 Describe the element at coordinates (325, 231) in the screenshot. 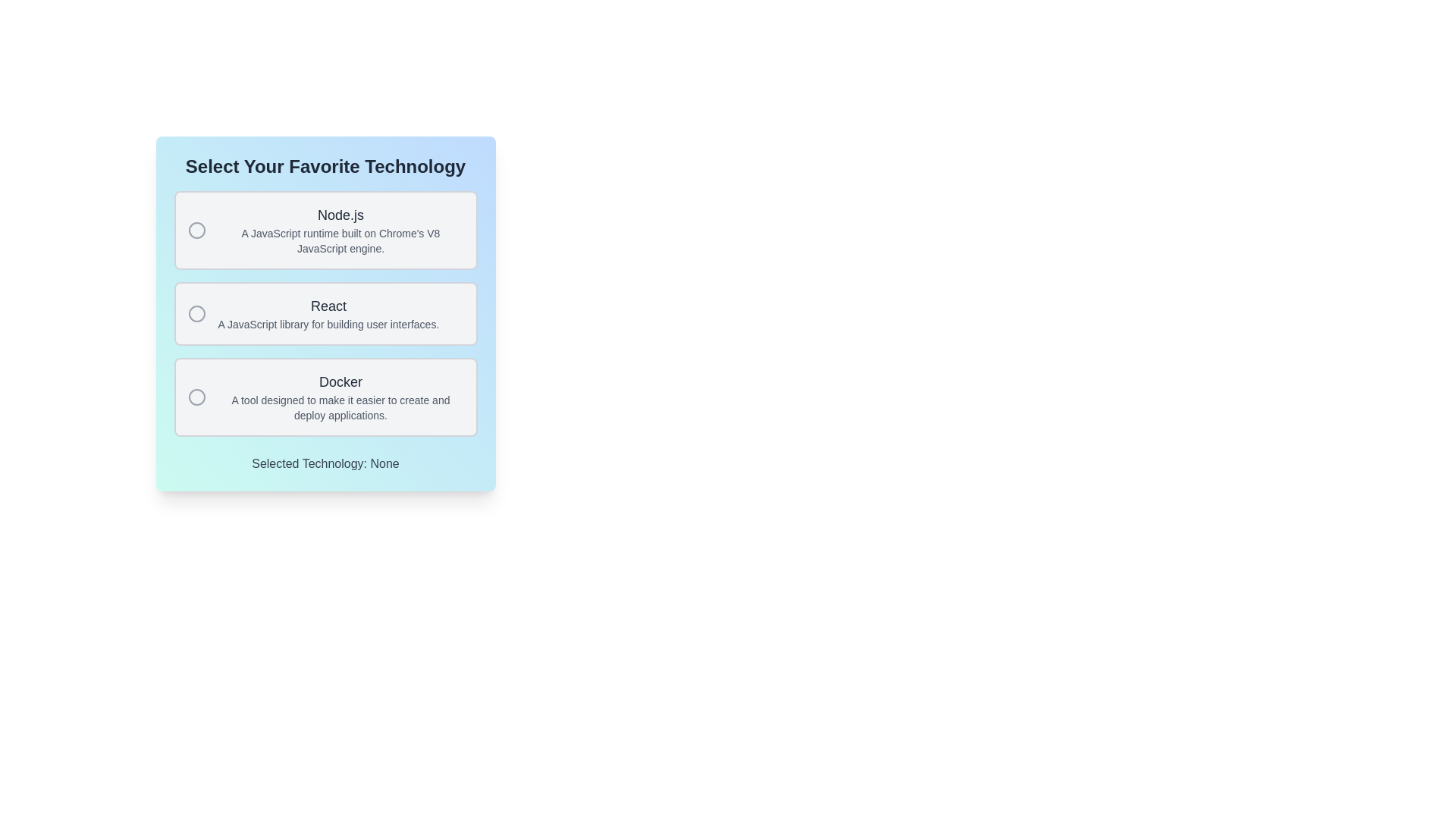

I see `the first clickable information box in the vertically arranged list` at that location.